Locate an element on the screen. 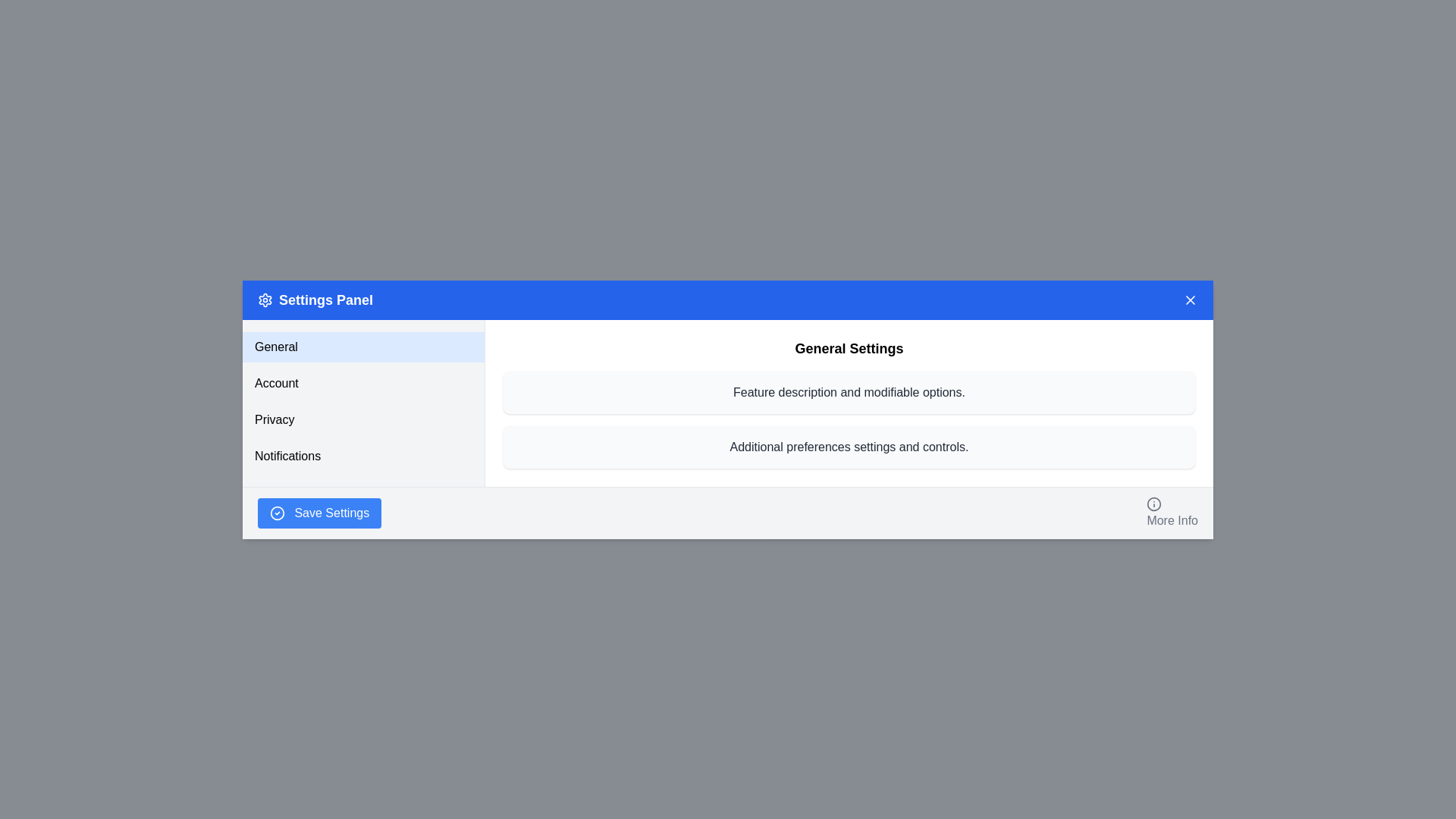 The width and height of the screenshot is (1456, 819). static text label displaying 'Additional preferences settings and controls.' which is located beneath the 'Feature description and modifiable options.' text in the 'General Settings' section is located at coordinates (848, 446).